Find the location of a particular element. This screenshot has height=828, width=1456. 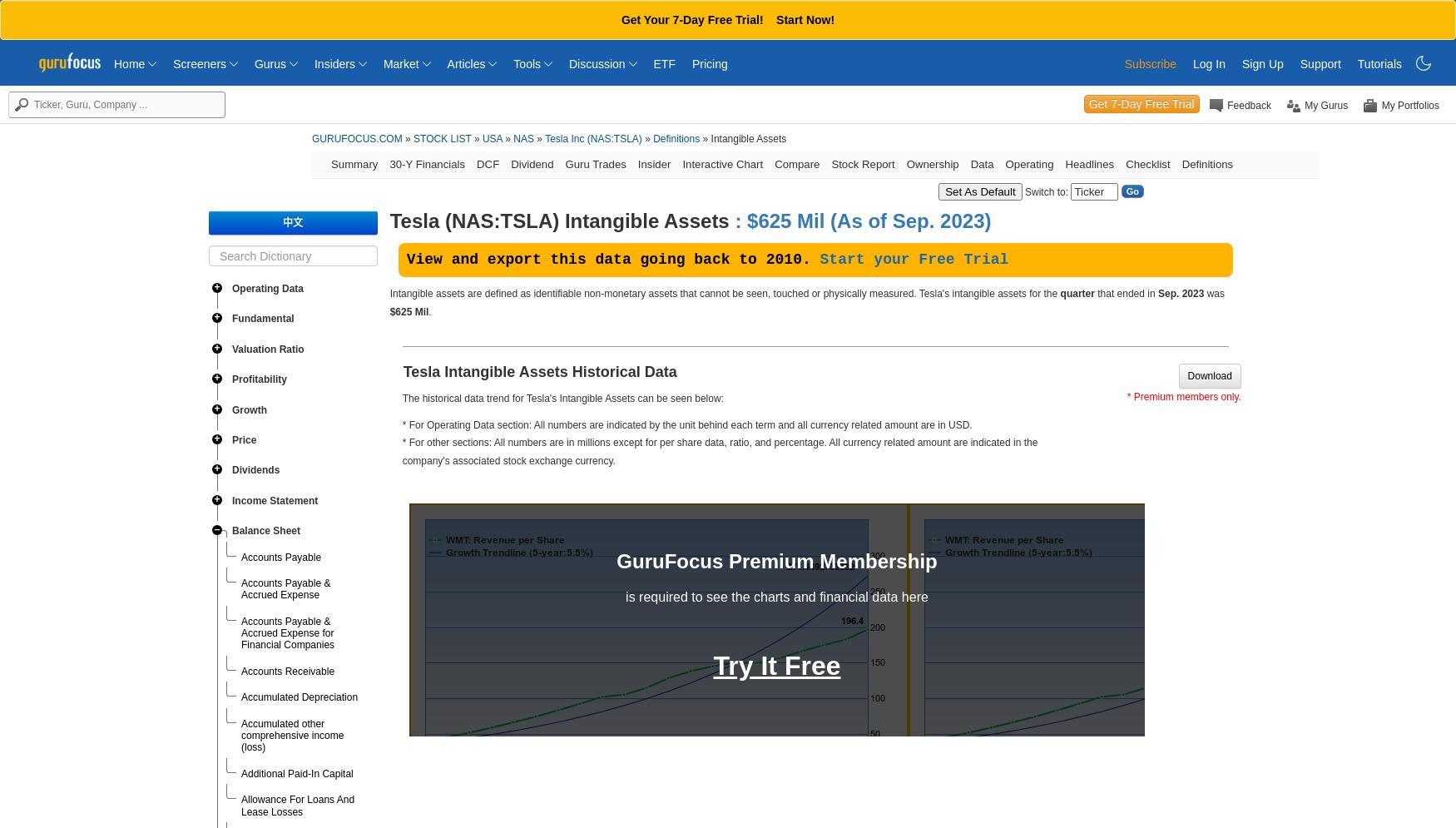

'Checklist' is located at coordinates (1146, 163).